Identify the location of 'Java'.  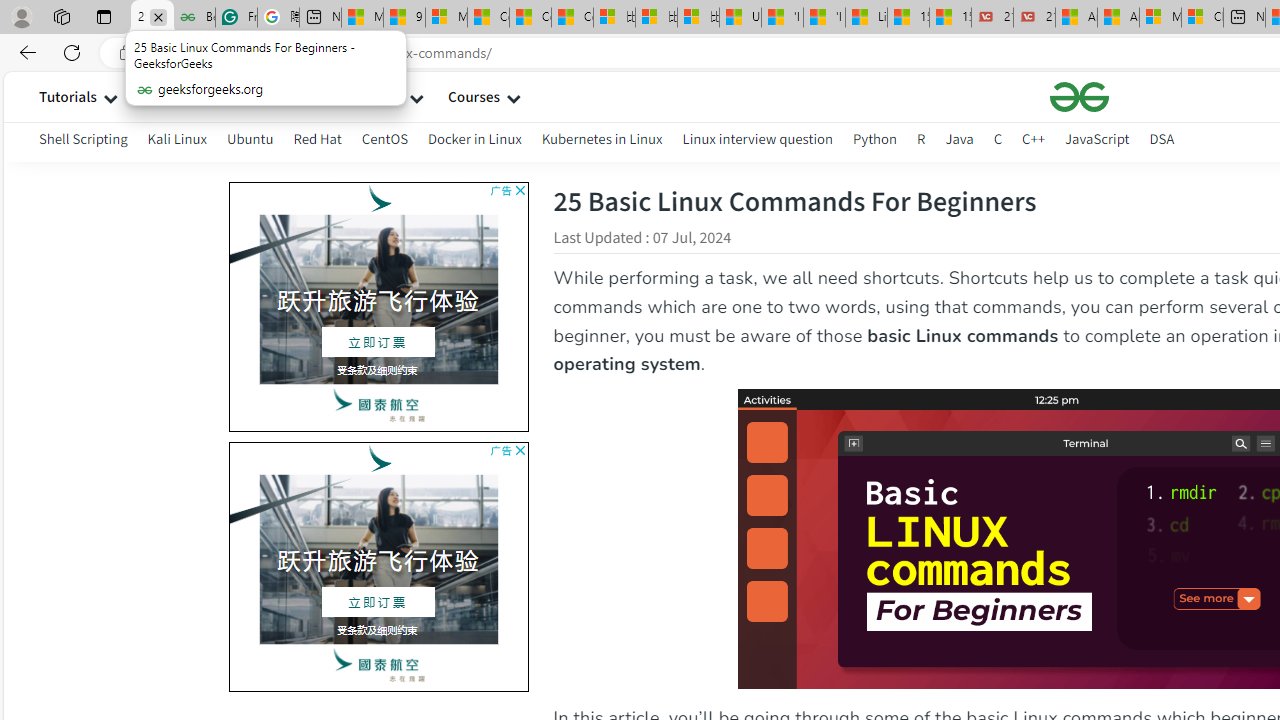
(958, 138).